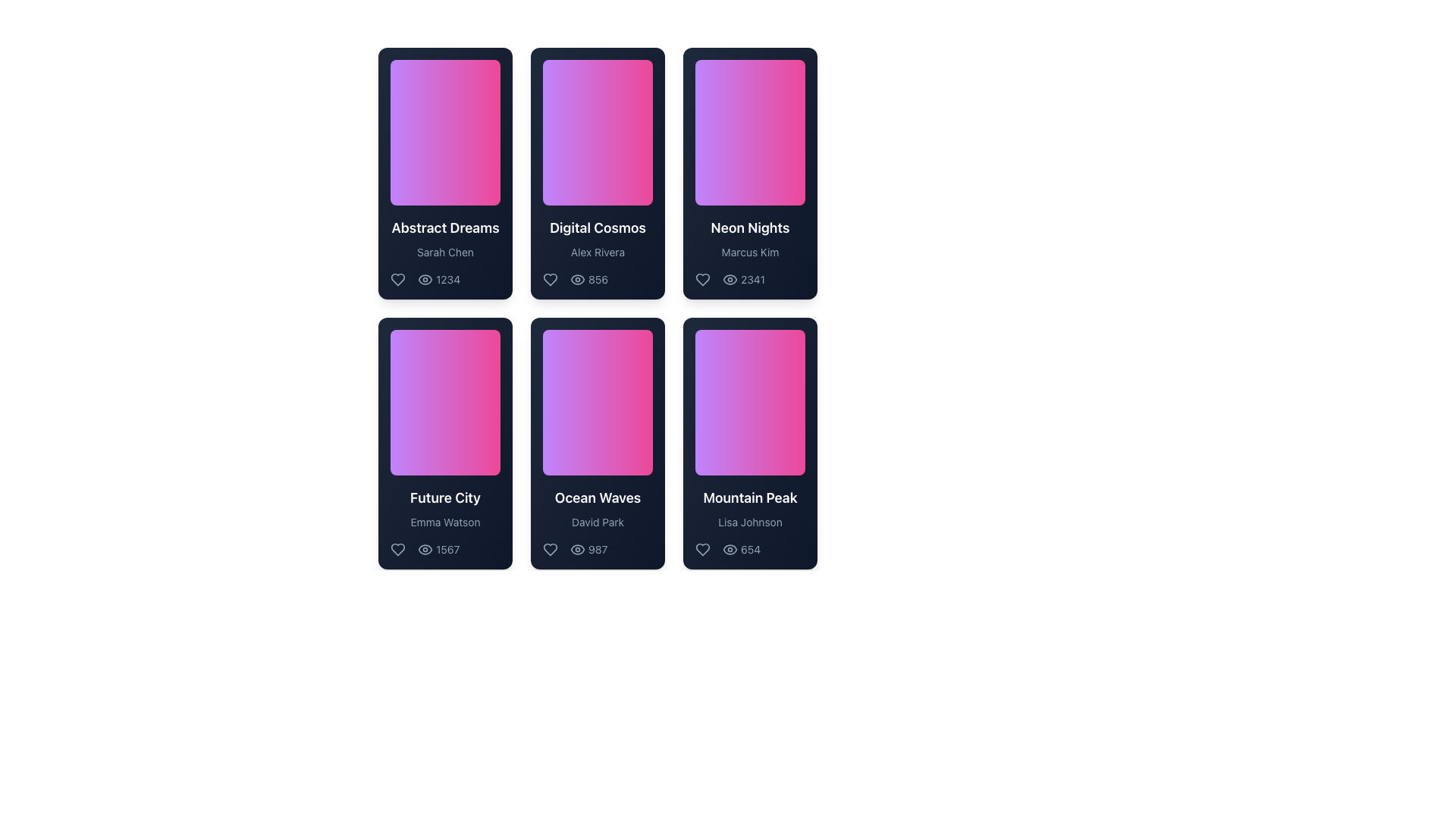  Describe the element at coordinates (577, 280) in the screenshot. I see `the appearance of the eye-shaped icon located in the middle card of the top row, alongside the text label '856'` at that location.